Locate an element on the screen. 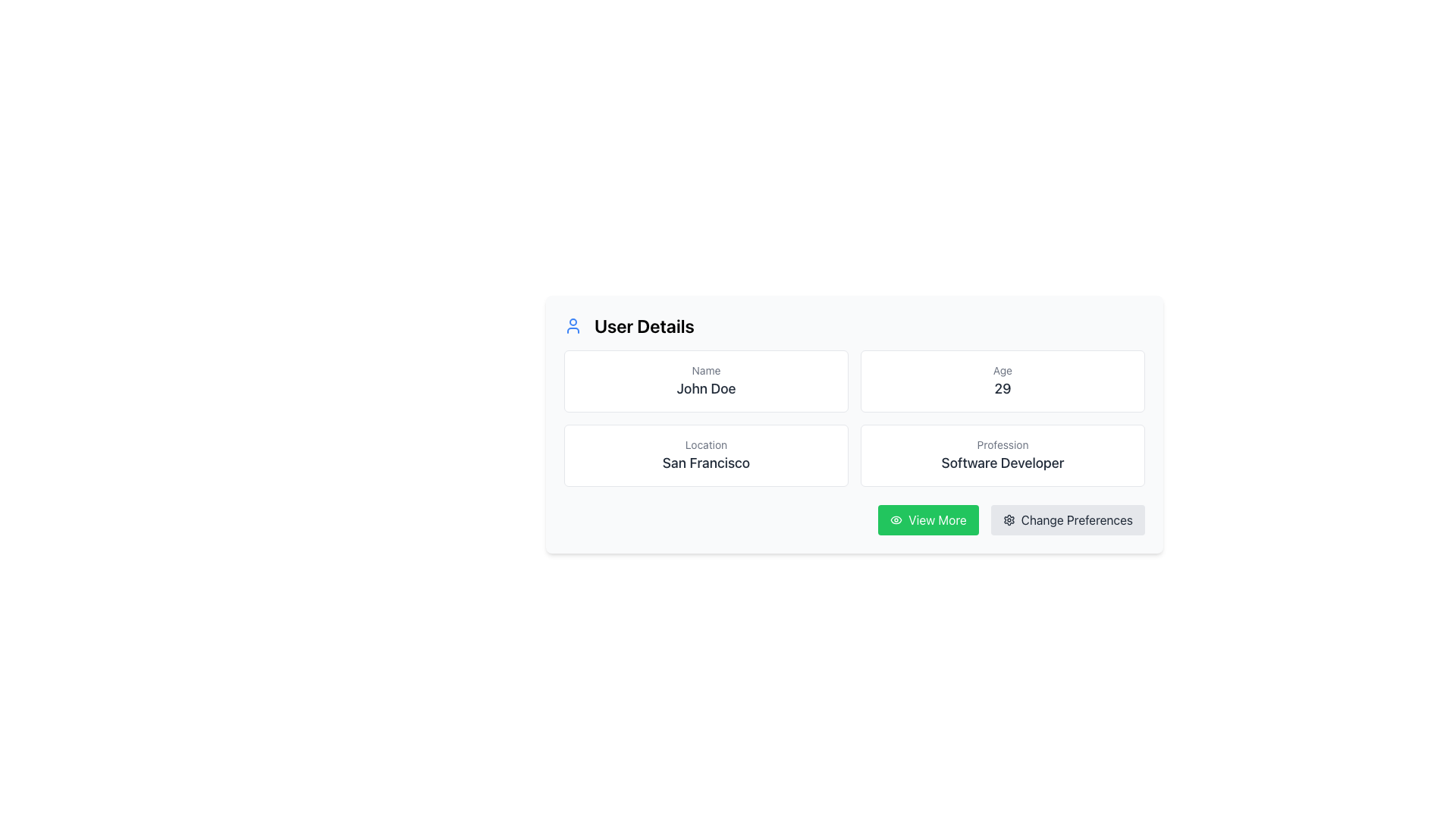  the text display card component that shows 'Profession' and 'Software Developer', located in the bottom-right corner of a two-column grid layout is located at coordinates (1003, 455).